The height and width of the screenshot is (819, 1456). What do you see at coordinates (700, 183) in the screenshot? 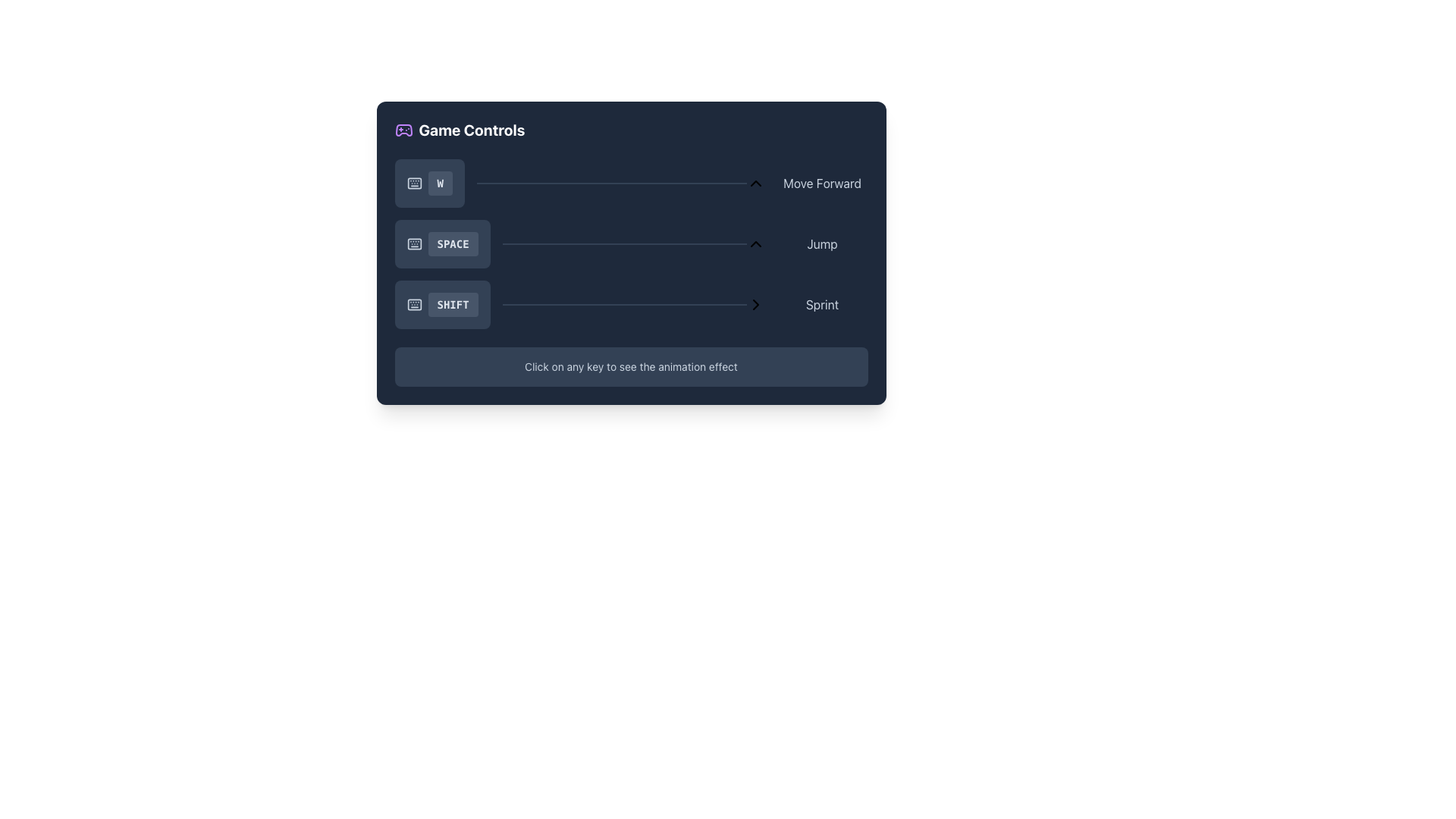
I see `the slider` at bounding box center [700, 183].